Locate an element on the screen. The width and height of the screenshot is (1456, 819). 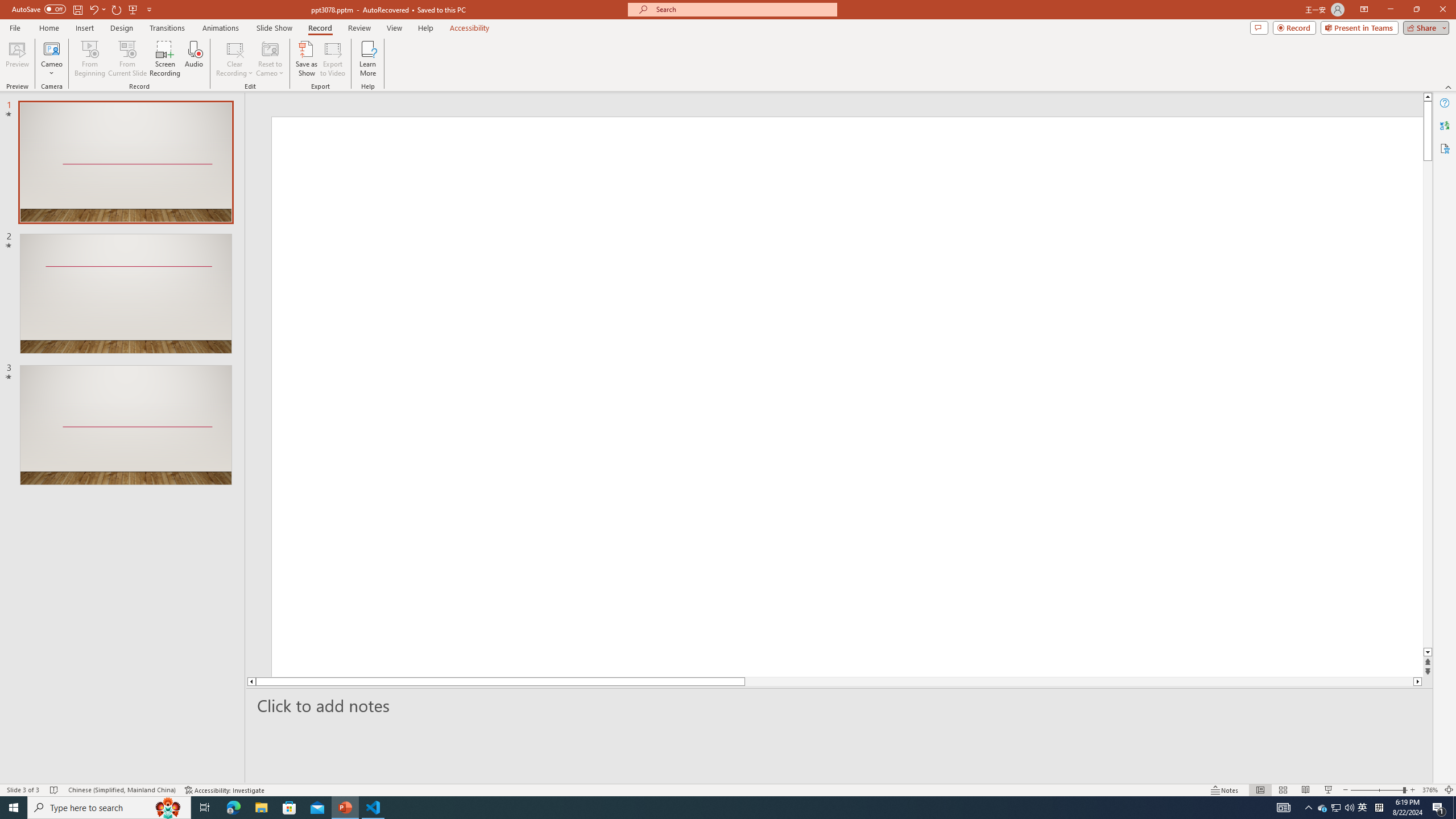
'Export to Video' is located at coordinates (332, 59).